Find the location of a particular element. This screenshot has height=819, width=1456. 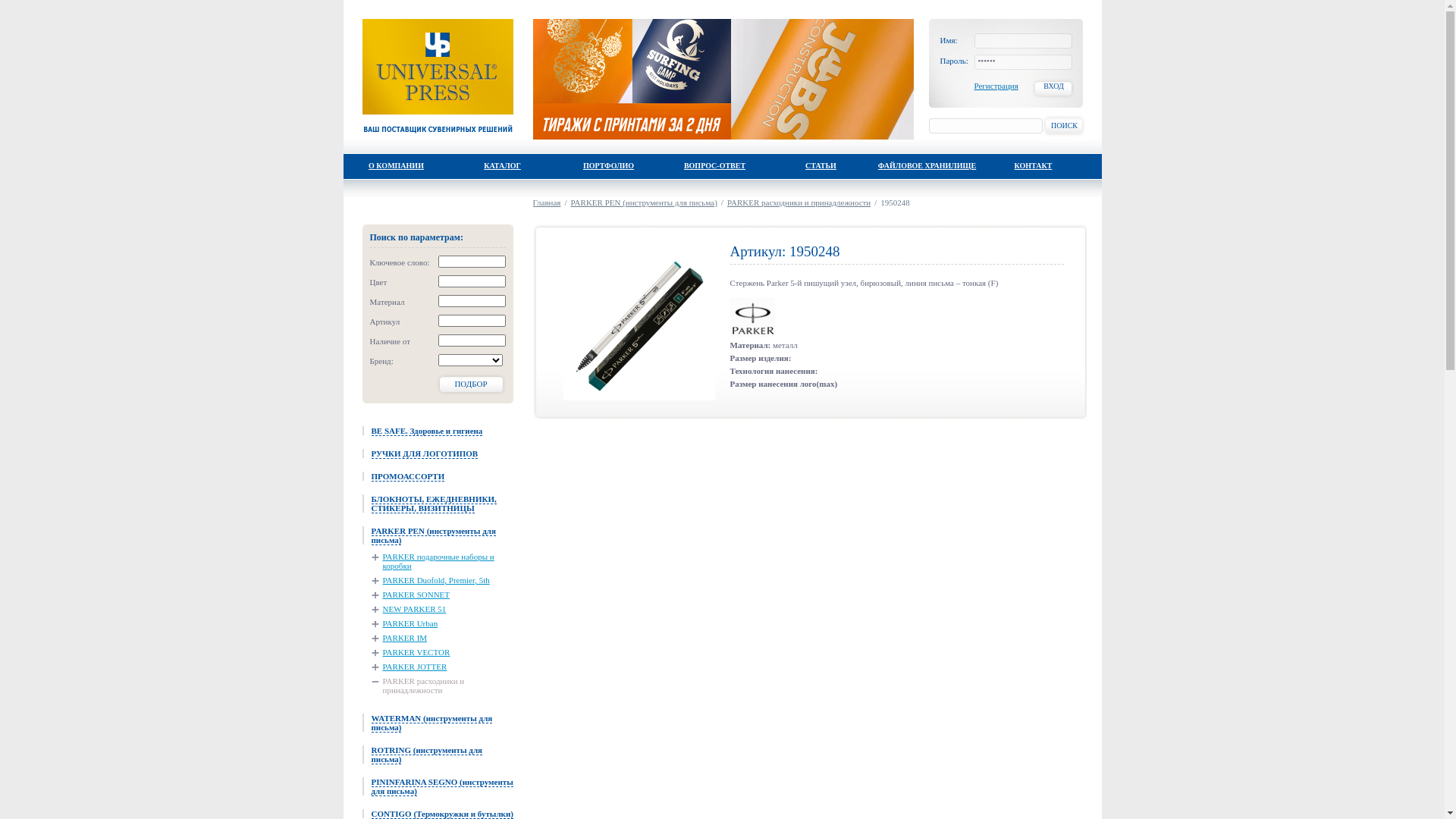

'PARKER VECTOR' is located at coordinates (411, 651).